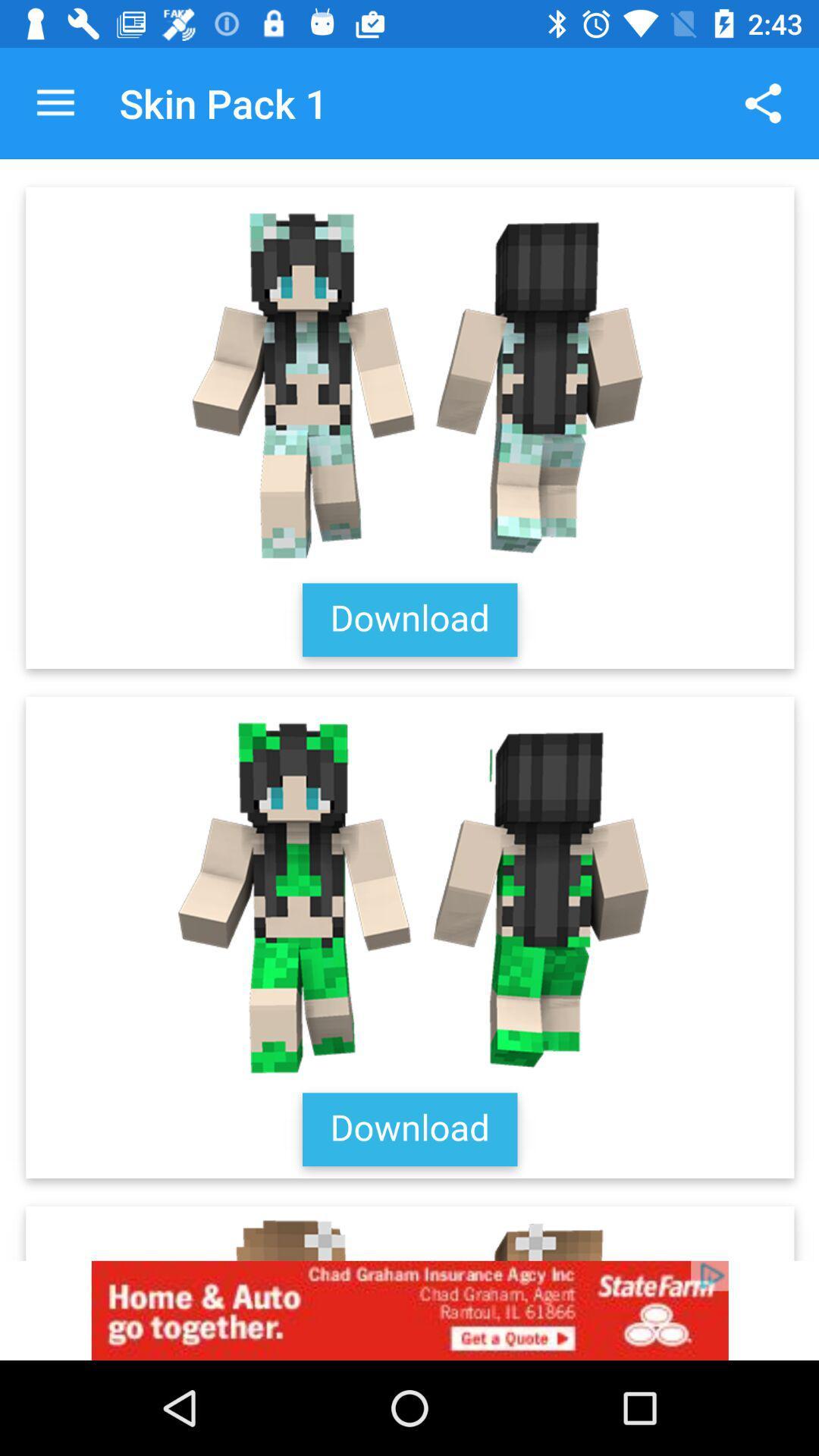  I want to click on advertisements to watch, so click(409, 1310).